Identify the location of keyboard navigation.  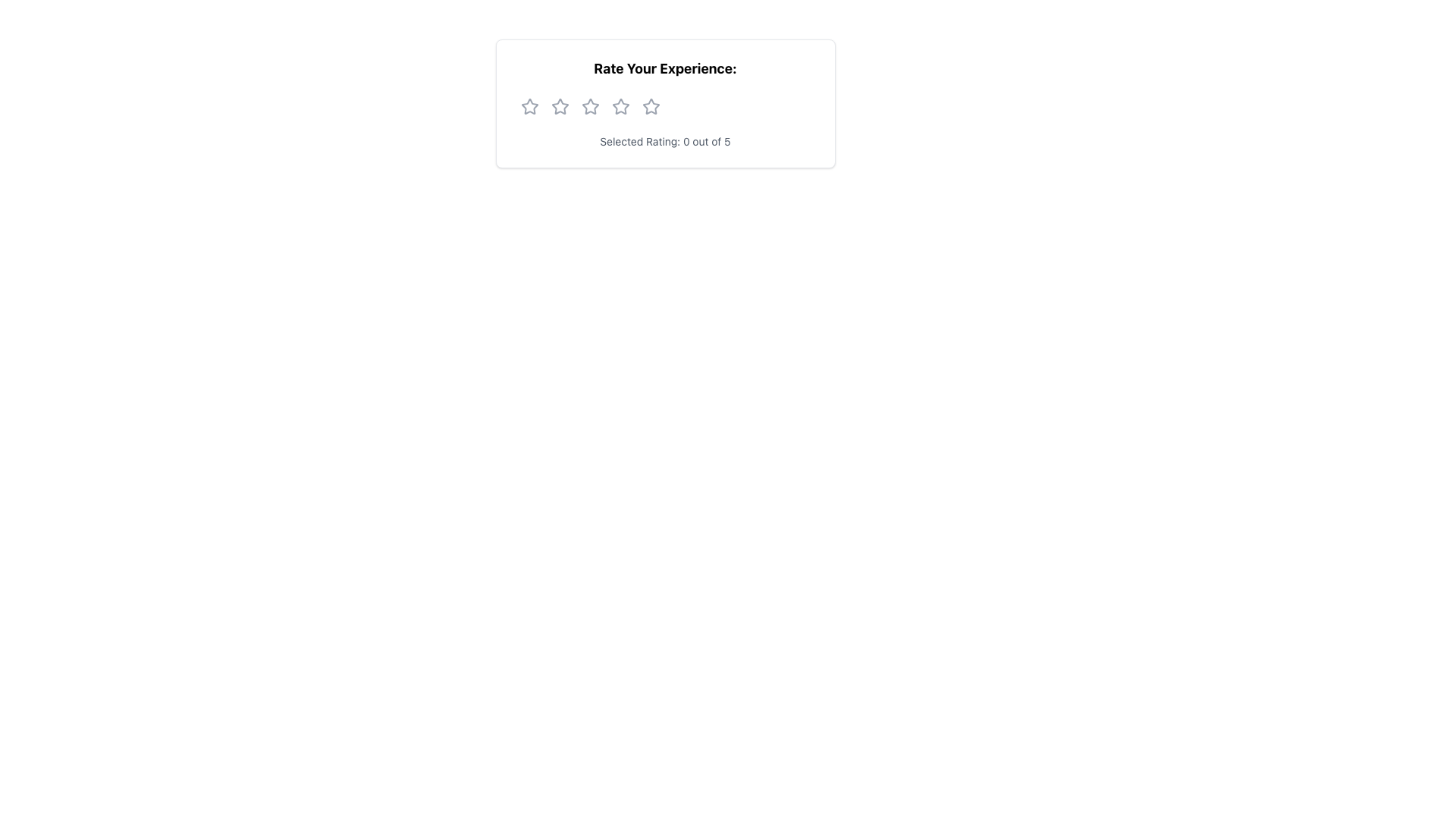
(651, 106).